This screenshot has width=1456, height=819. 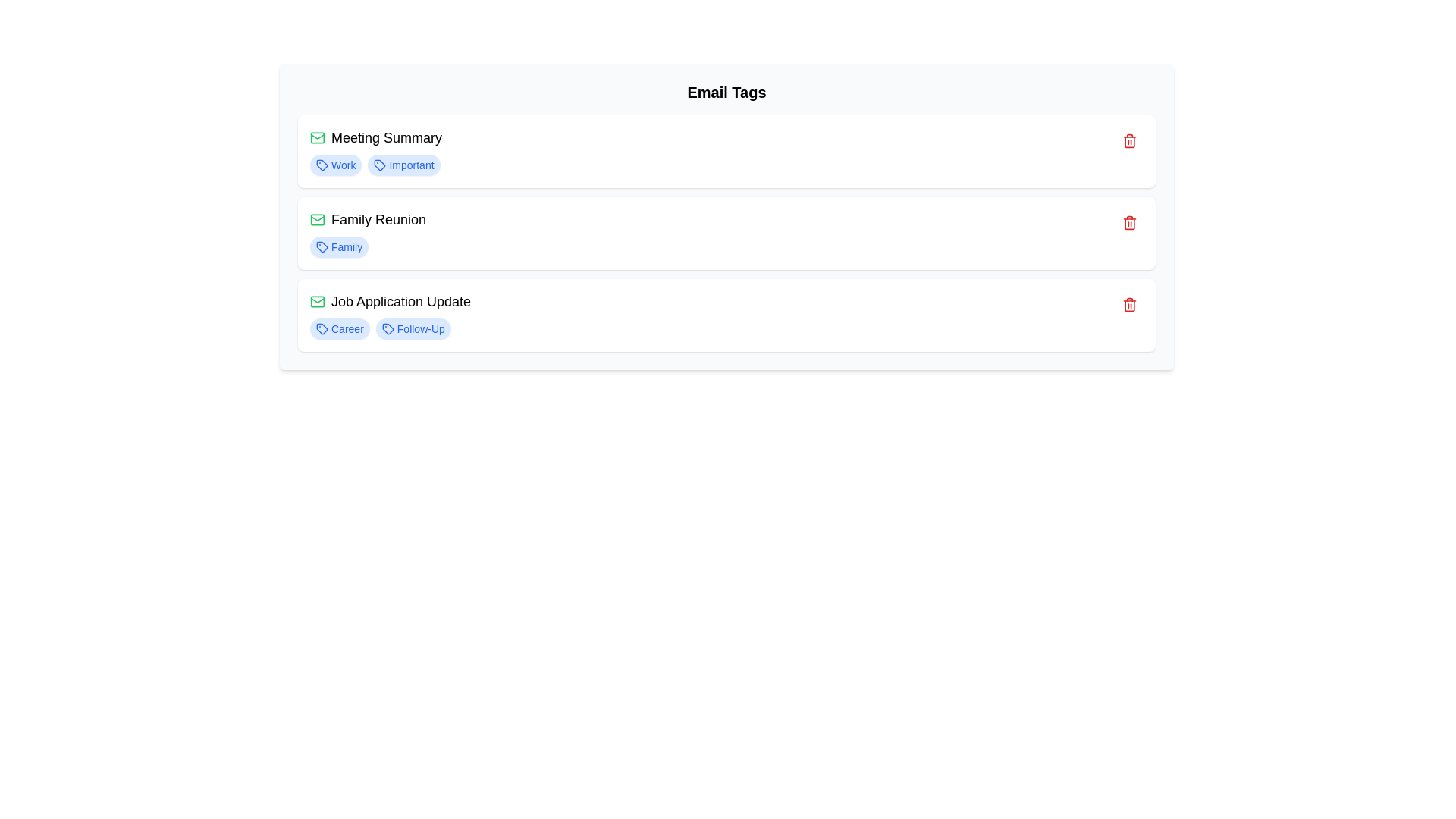 What do you see at coordinates (726, 152) in the screenshot?
I see `the email card with the subject Meeting Summary` at bounding box center [726, 152].